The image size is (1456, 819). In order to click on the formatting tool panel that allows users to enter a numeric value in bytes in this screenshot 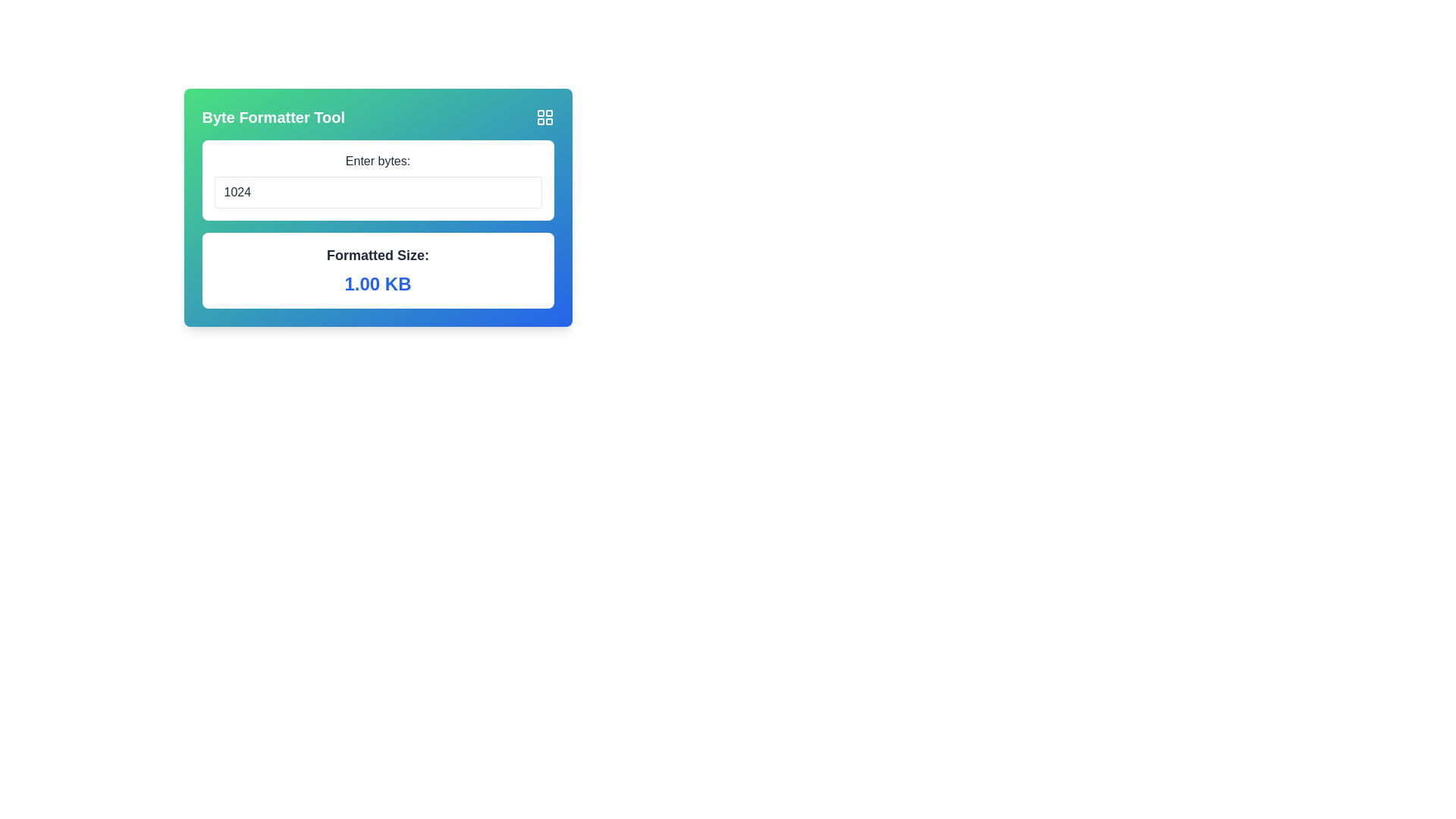, I will do `click(378, 207)`.